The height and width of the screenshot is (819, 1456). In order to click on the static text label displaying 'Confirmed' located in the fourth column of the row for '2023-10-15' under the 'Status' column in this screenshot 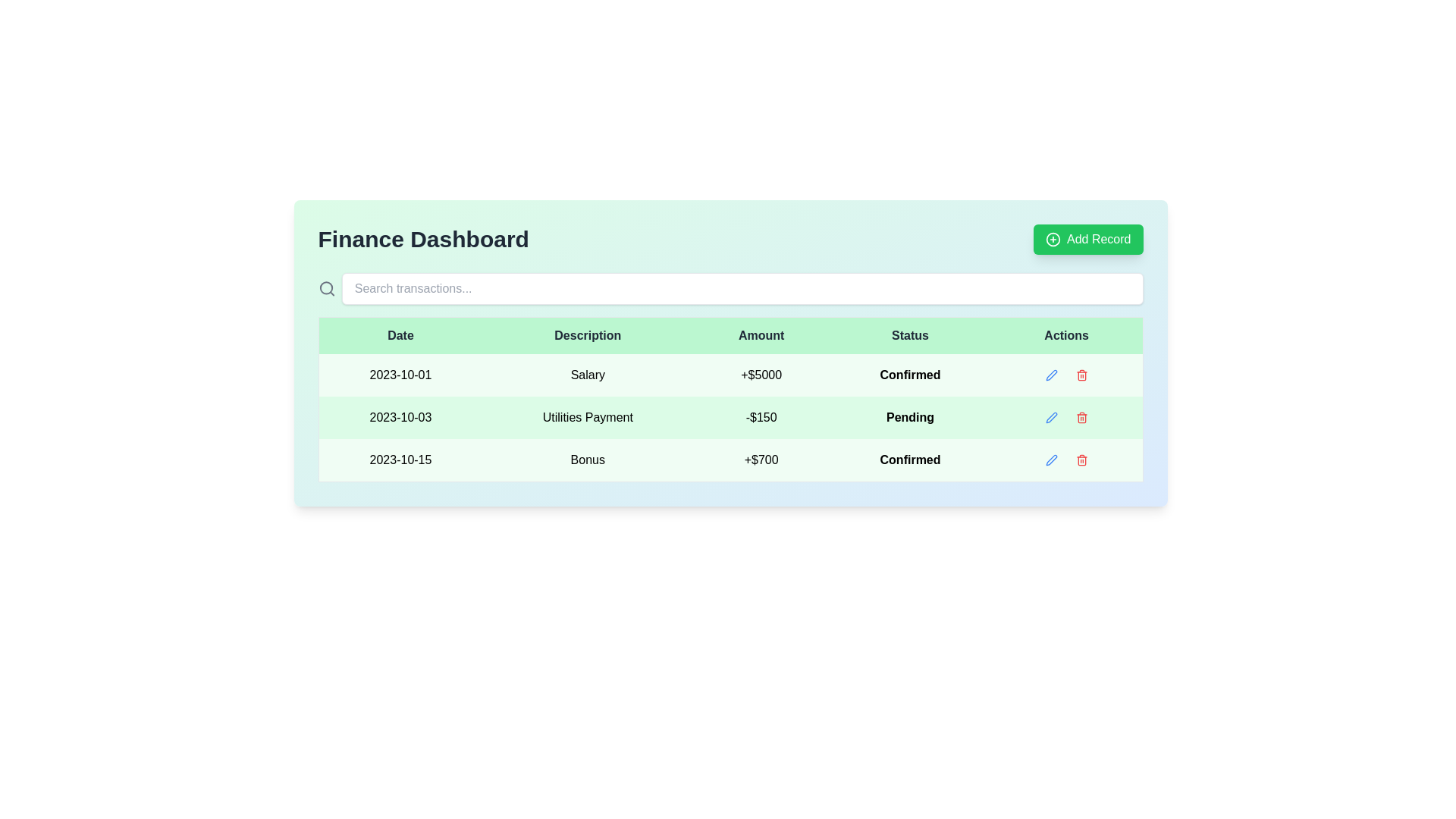, I will do `click(910, 460)`.